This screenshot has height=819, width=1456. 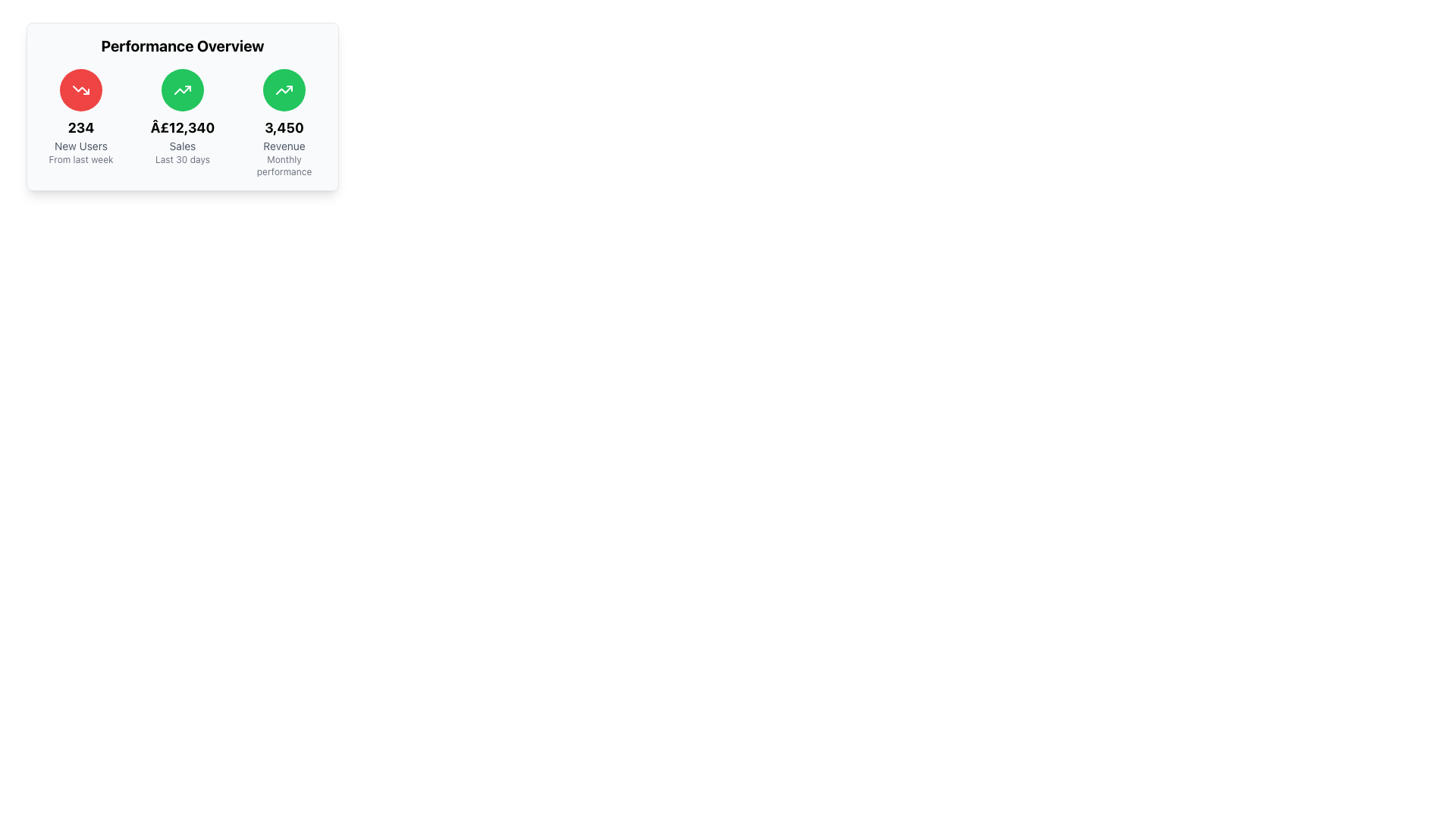 I want to click on the upward trend icon, which features a green background and white accents, located above the '£12,340' text in the interface, so click(x=182, y=90).